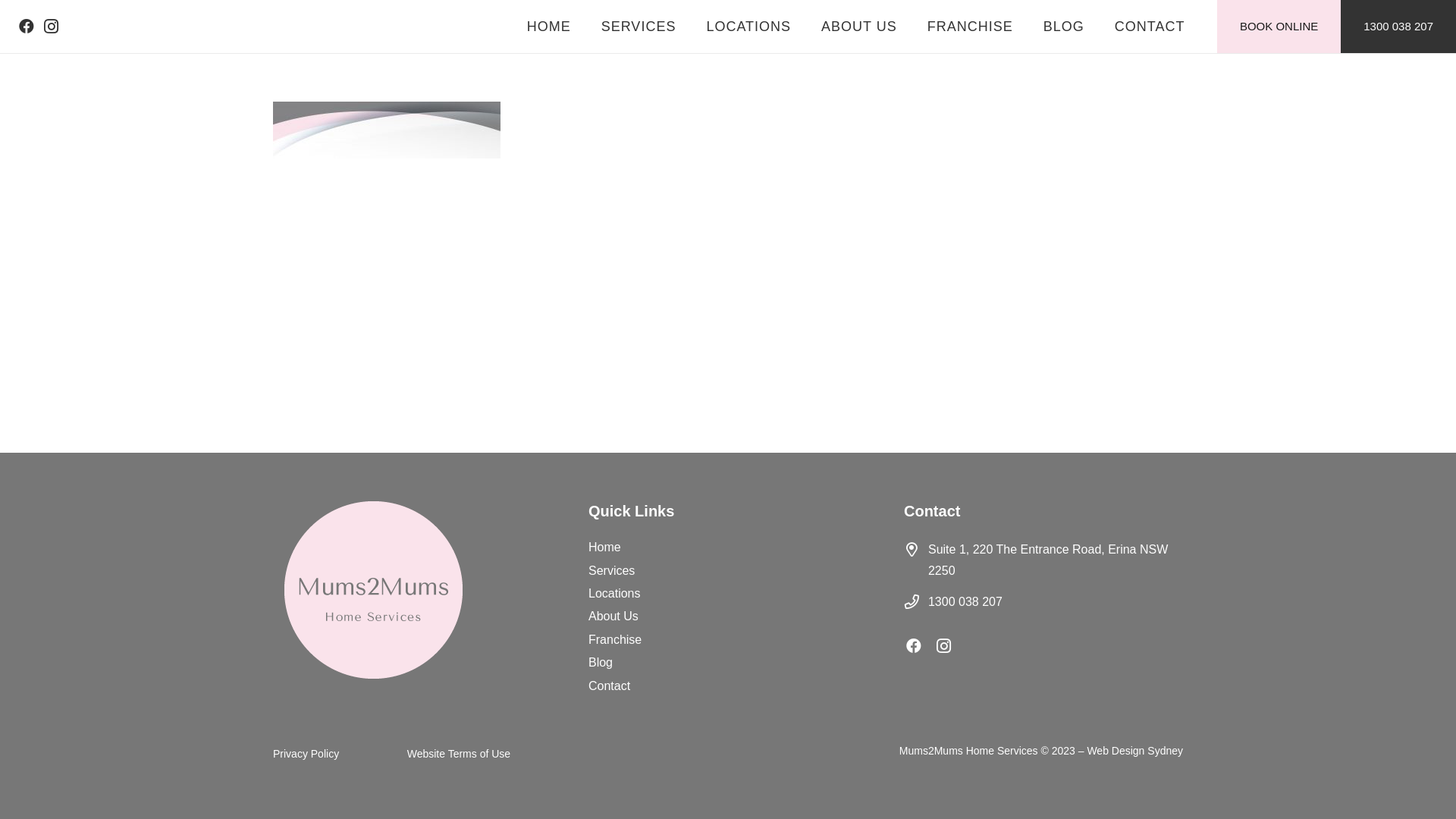 The height and width of the screenshot is (819, 1456). I want to click on 'BOOK ONLINE', so click(1278, 26).